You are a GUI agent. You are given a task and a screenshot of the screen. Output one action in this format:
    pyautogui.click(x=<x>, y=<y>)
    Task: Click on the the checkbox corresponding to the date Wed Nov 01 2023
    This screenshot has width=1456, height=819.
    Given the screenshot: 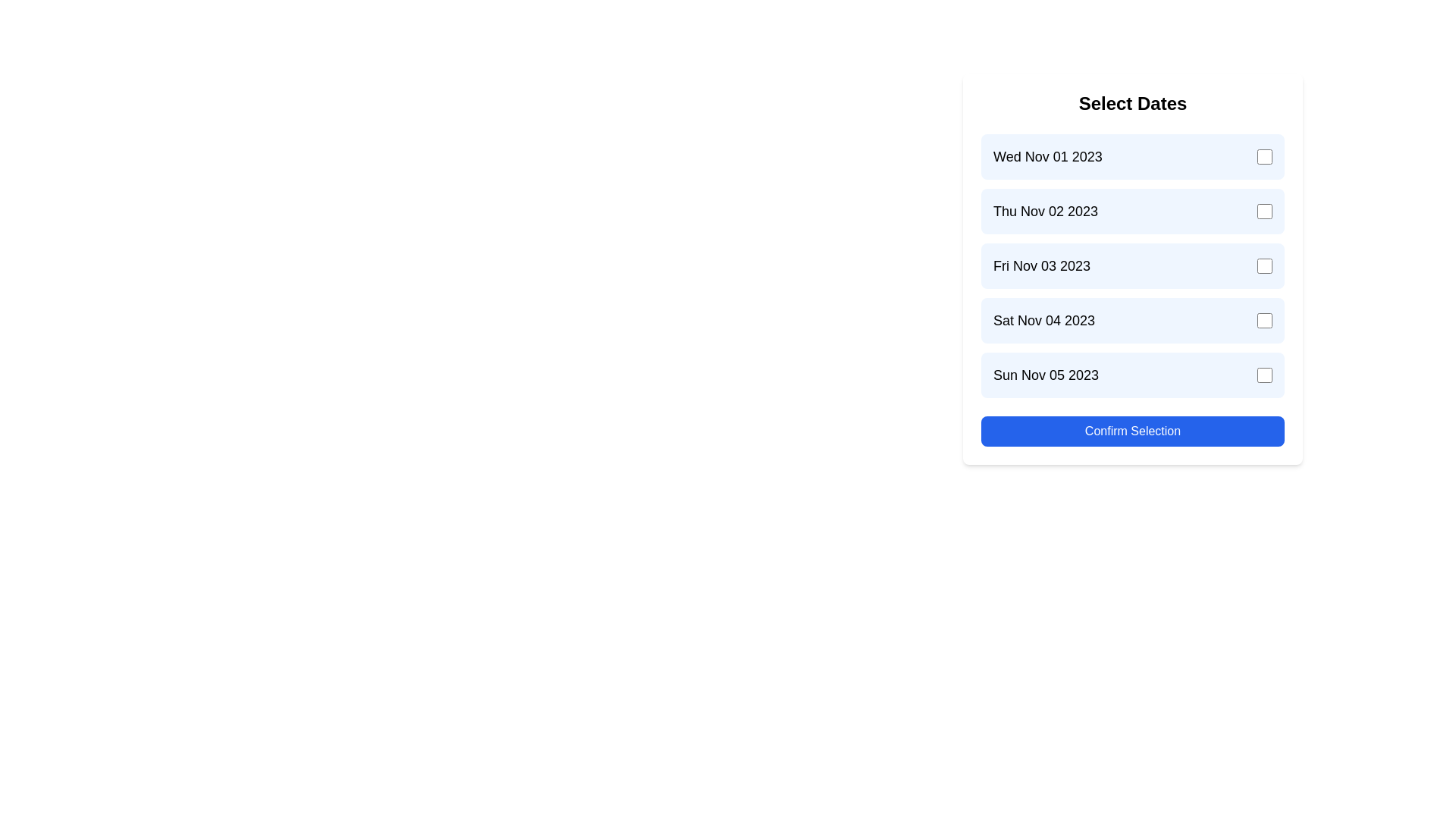 What is the action you would take?
    pyautogui.click(x=1265, y=157)
    